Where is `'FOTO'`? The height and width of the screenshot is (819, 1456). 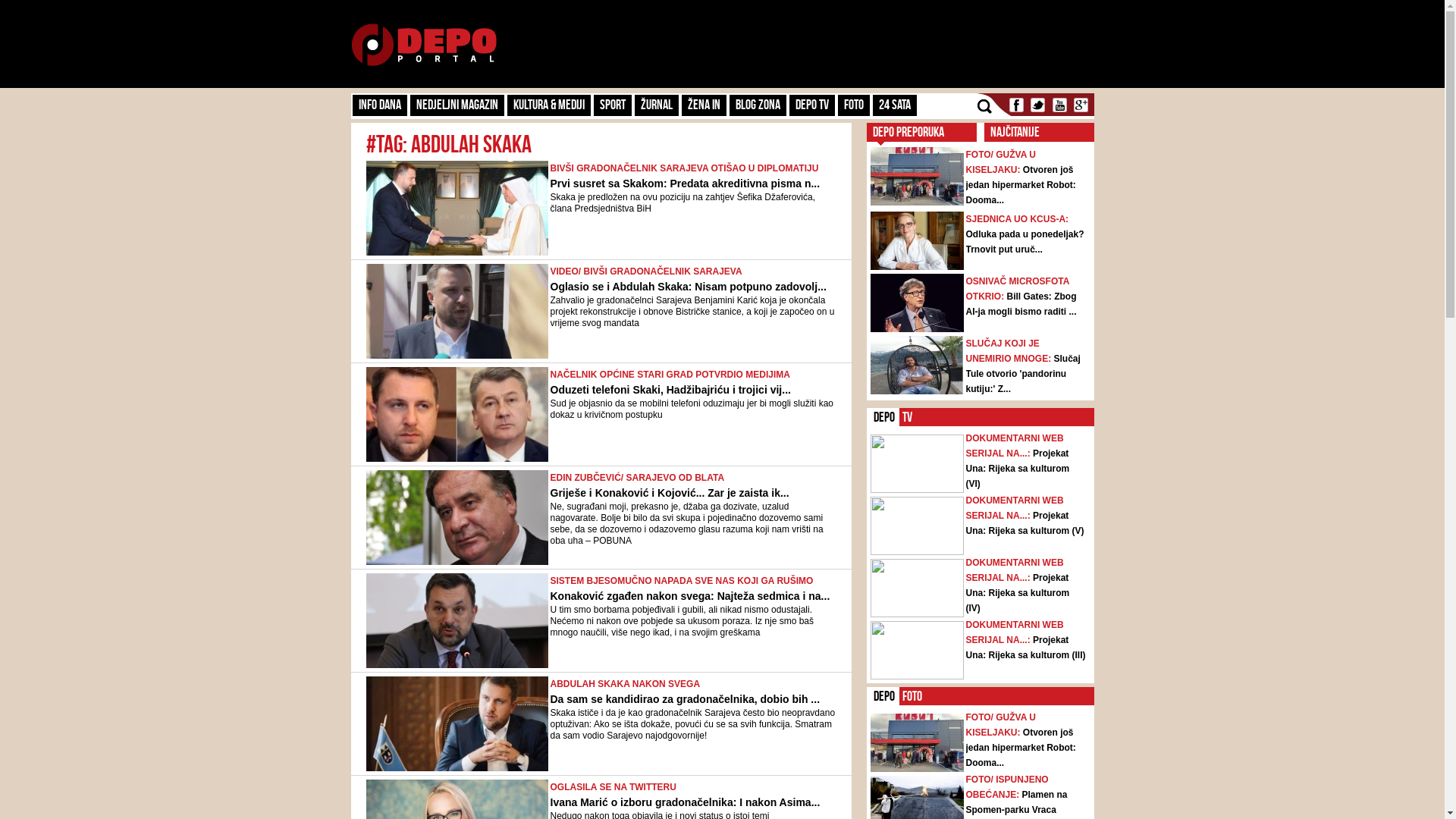
'FOTO' is located at coordinates (852, 104).